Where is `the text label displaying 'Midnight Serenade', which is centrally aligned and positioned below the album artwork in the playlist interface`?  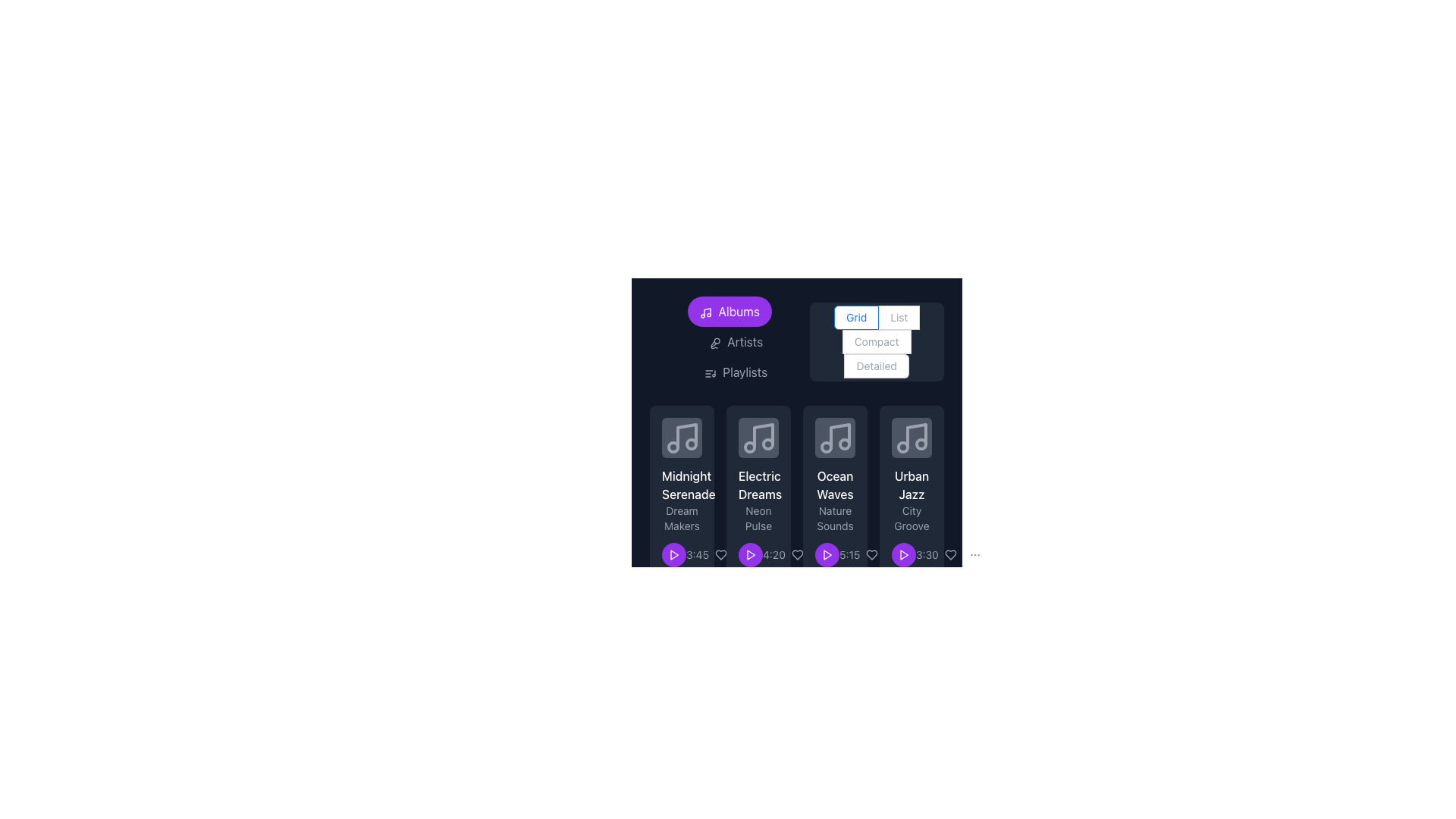 the text label displaying 'Midnight Serenade', which is centrally aligned and positioned below the album artwork in the playlist interface is located at coordinates (681, 485).